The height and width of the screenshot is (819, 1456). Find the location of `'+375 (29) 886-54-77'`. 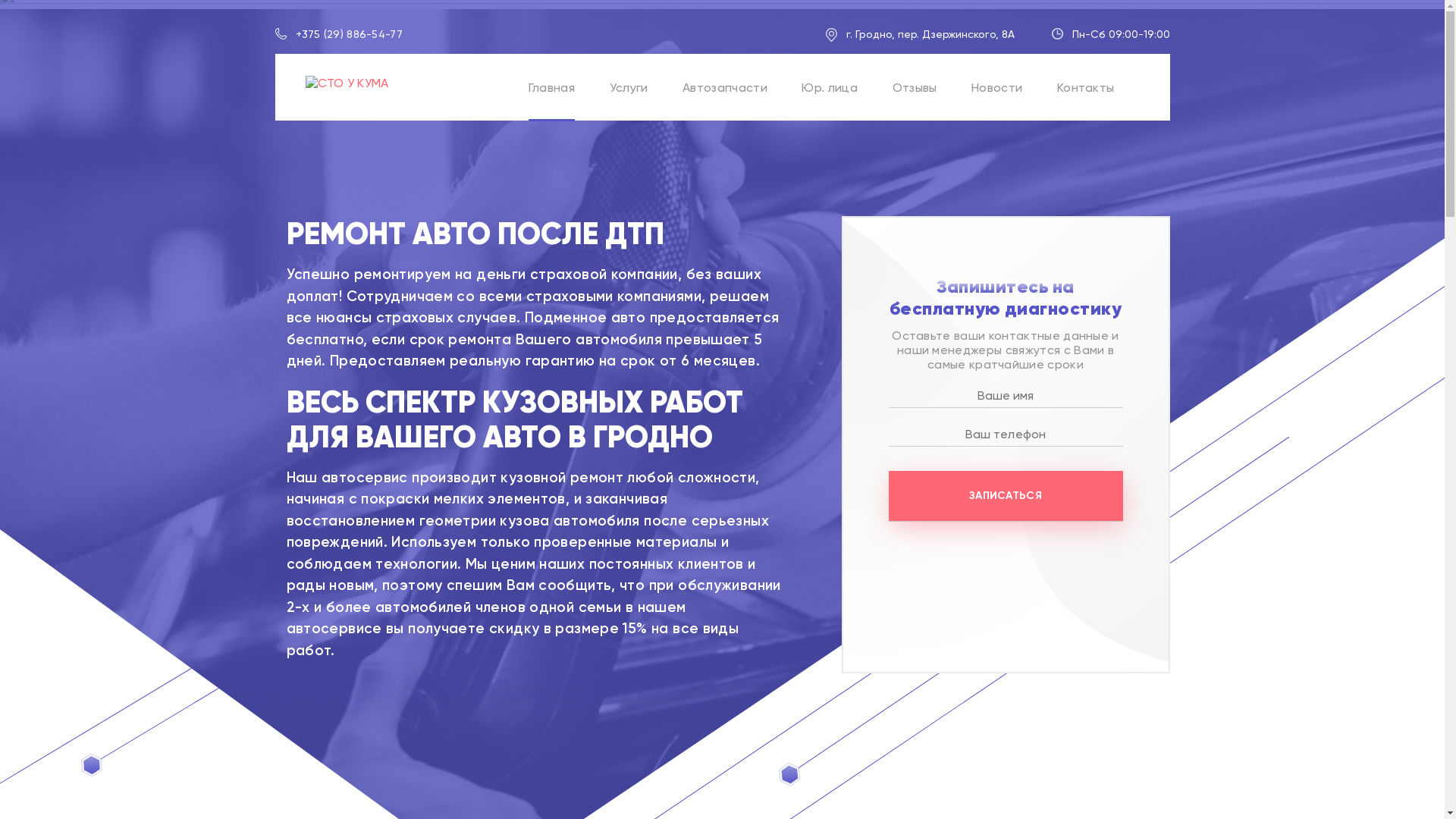

'+375 (29) 886-54-77' is located at coordinates (295, 34).